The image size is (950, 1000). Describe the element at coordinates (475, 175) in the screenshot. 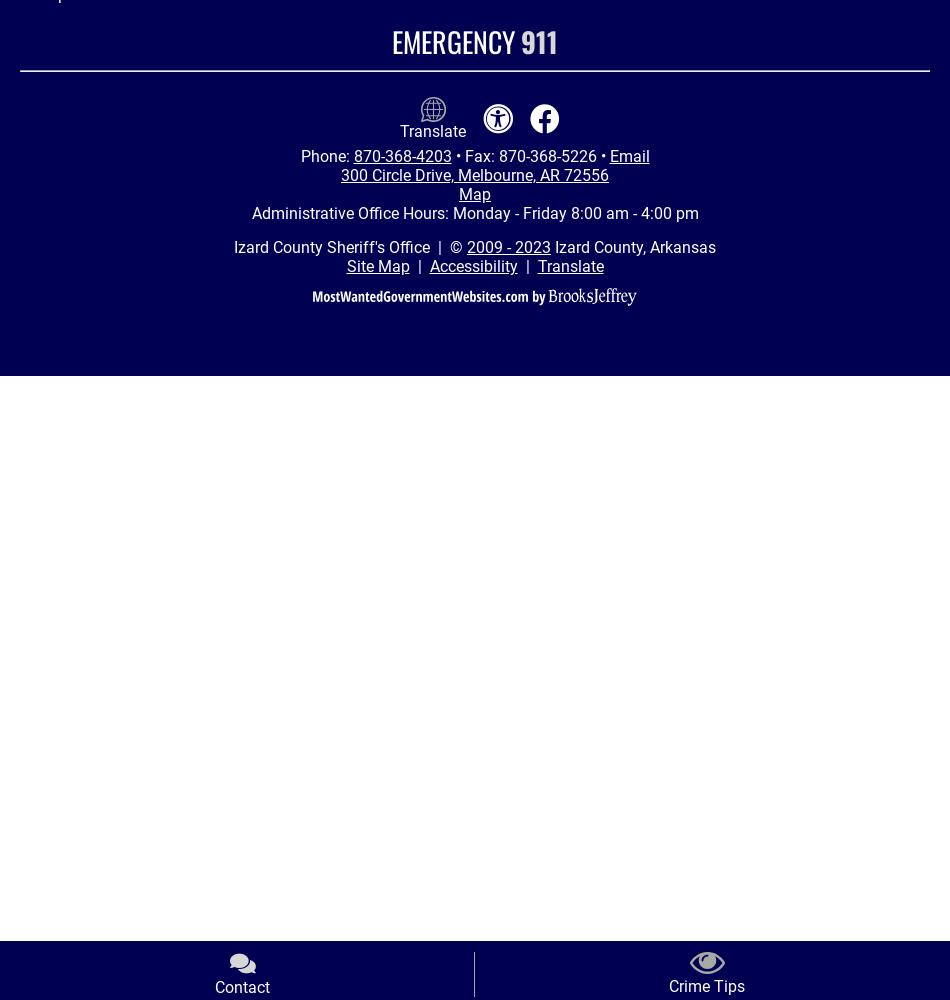

I see `'300 Circle Drive, Melbourne, AR 72556'` at that location.